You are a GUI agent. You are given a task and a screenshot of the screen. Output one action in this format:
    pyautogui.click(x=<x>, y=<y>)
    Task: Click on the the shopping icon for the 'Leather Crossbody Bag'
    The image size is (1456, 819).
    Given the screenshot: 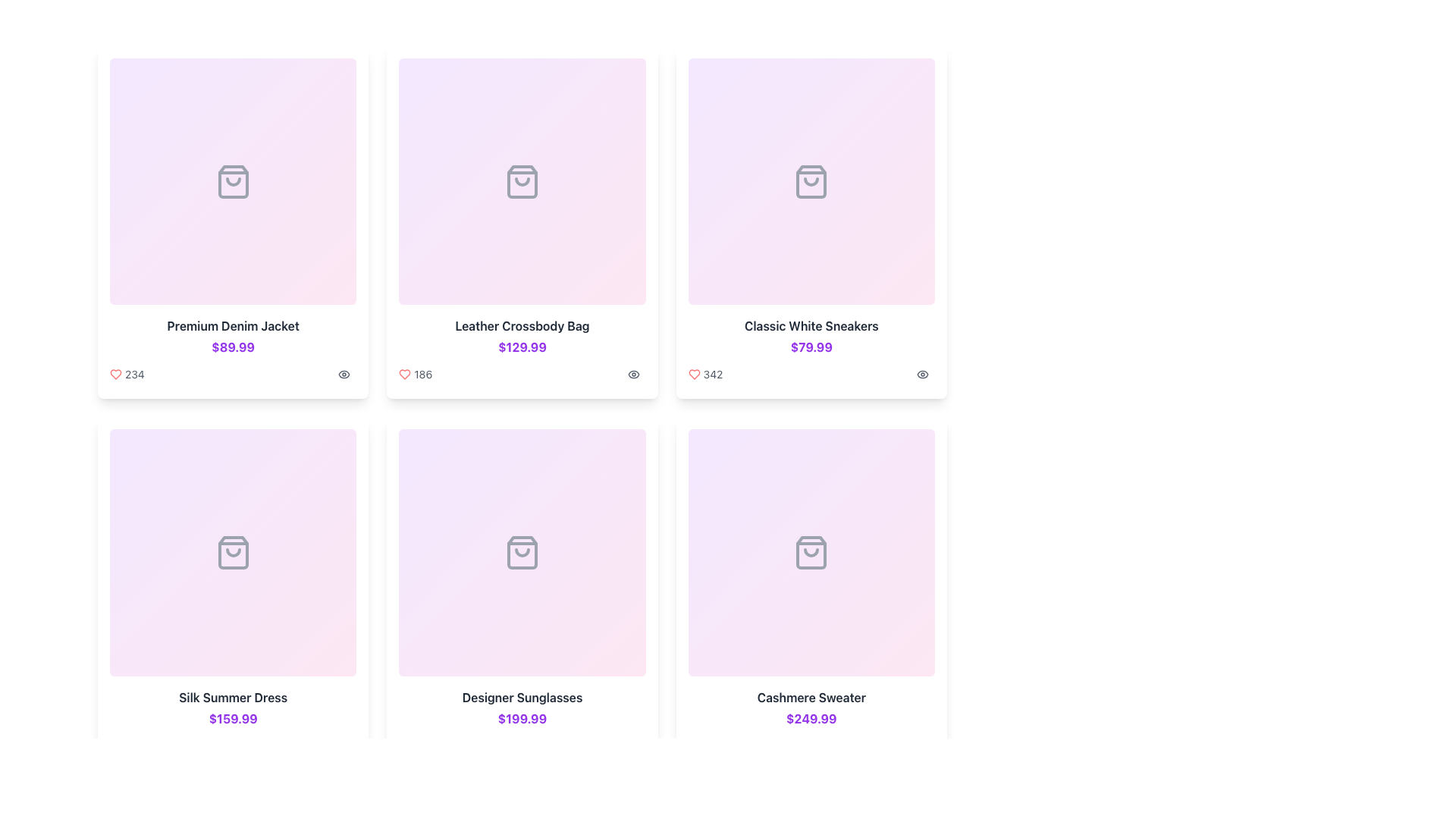 What is the action you would take?
    pyautogui.click(x=522, y=180)
    